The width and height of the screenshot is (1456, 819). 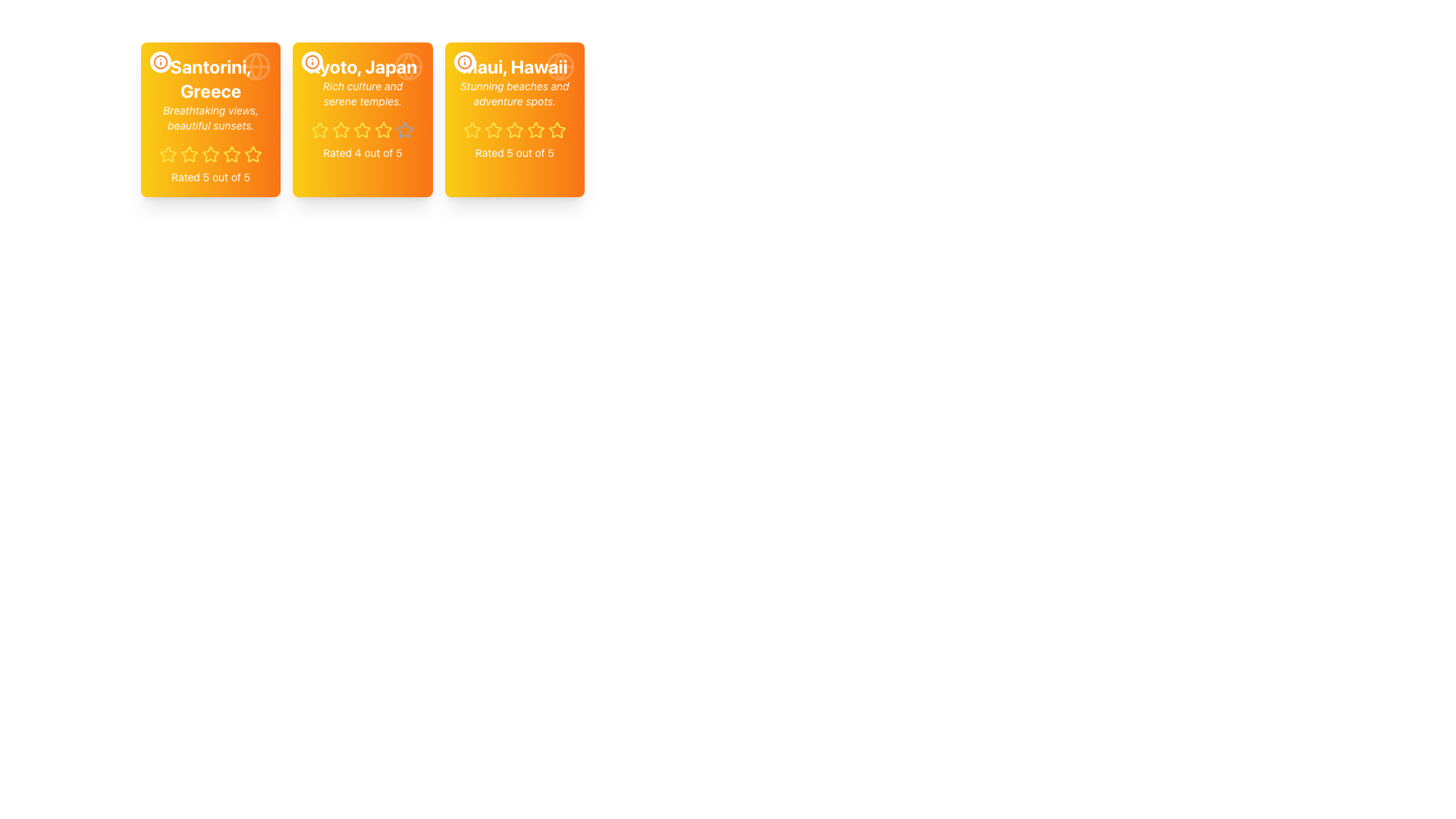 I want to click on the bold, large white text element stating 'Santorini, Greece' which is prominently displayed against an orange-yellow gradient background, positioned at the top of its card, so click(x=210, y=79).